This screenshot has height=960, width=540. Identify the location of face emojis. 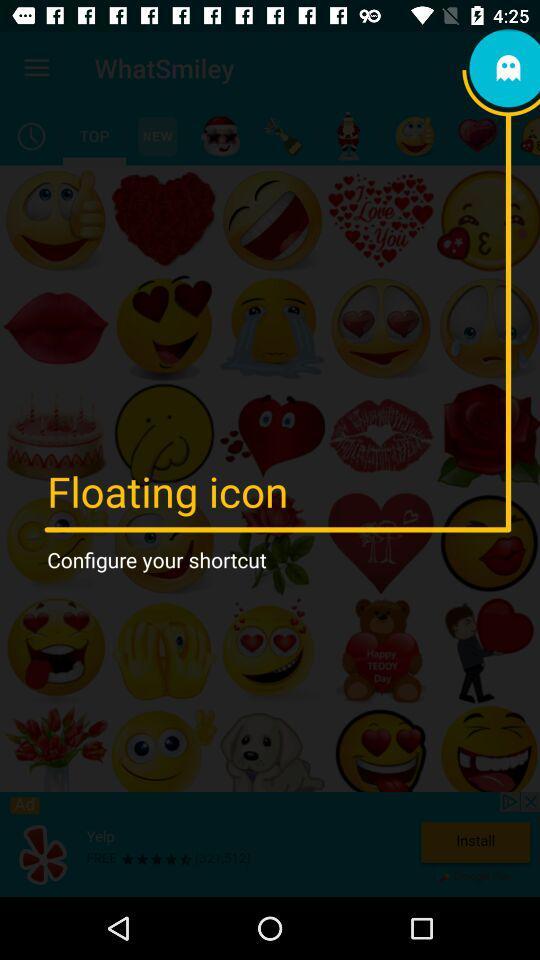
(414, 135).